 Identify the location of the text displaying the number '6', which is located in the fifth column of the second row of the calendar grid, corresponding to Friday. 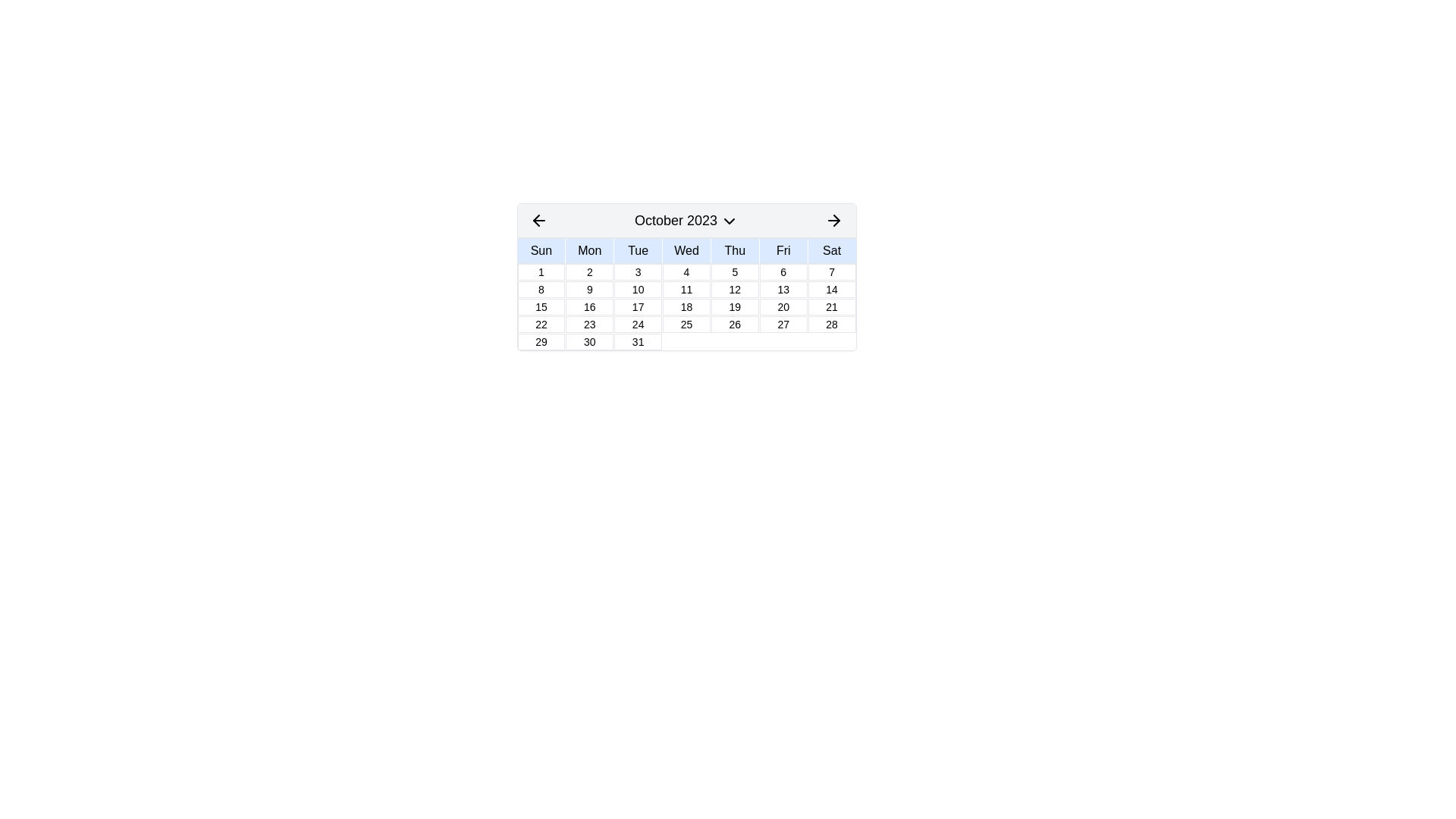
(783, 271).